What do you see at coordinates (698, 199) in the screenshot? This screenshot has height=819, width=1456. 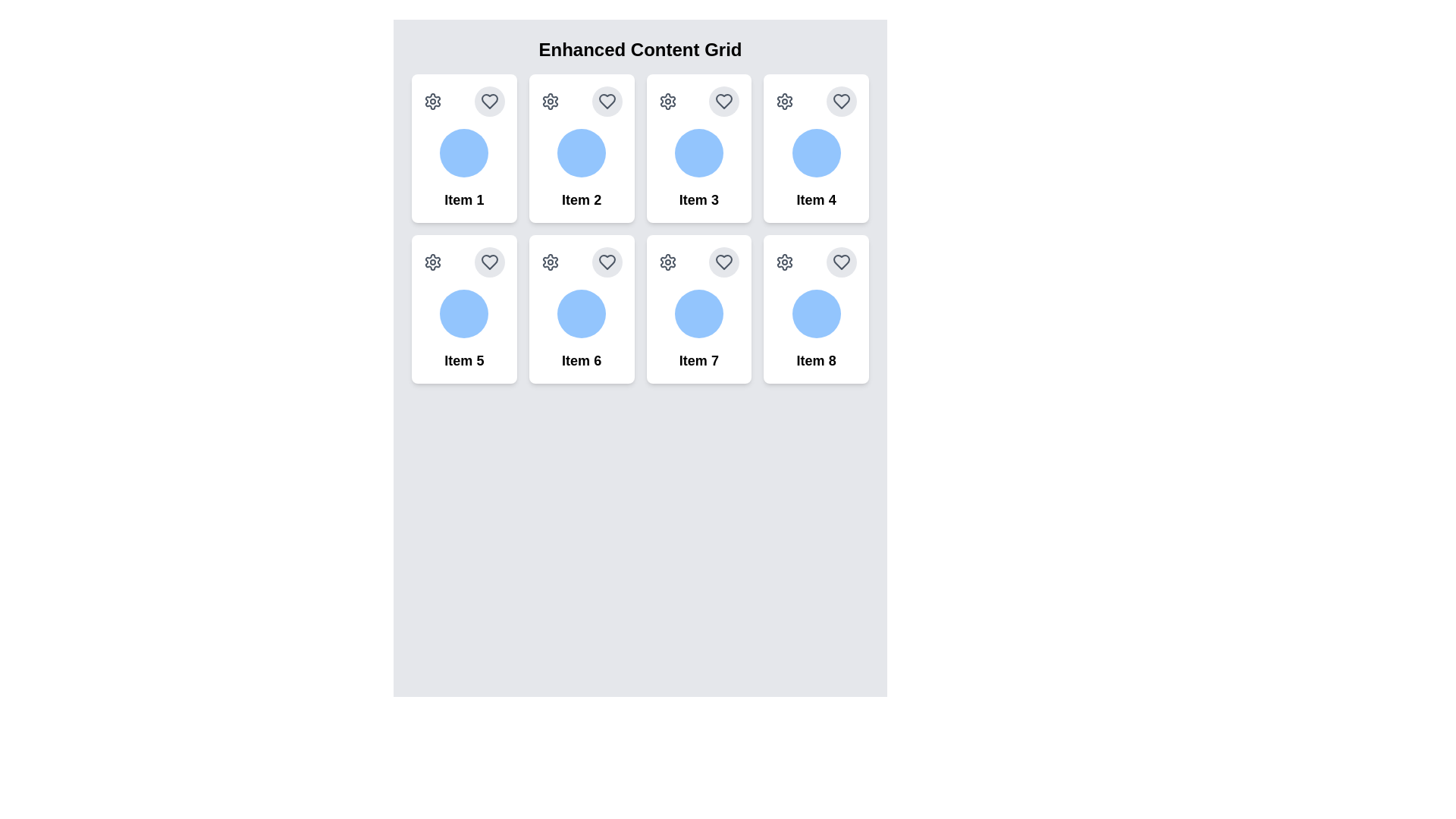 I see `the text label that identifies the card as 'Item 3', which is located at the bottom of its card in the first row of the grid layout` at bounding box center [698, 199].